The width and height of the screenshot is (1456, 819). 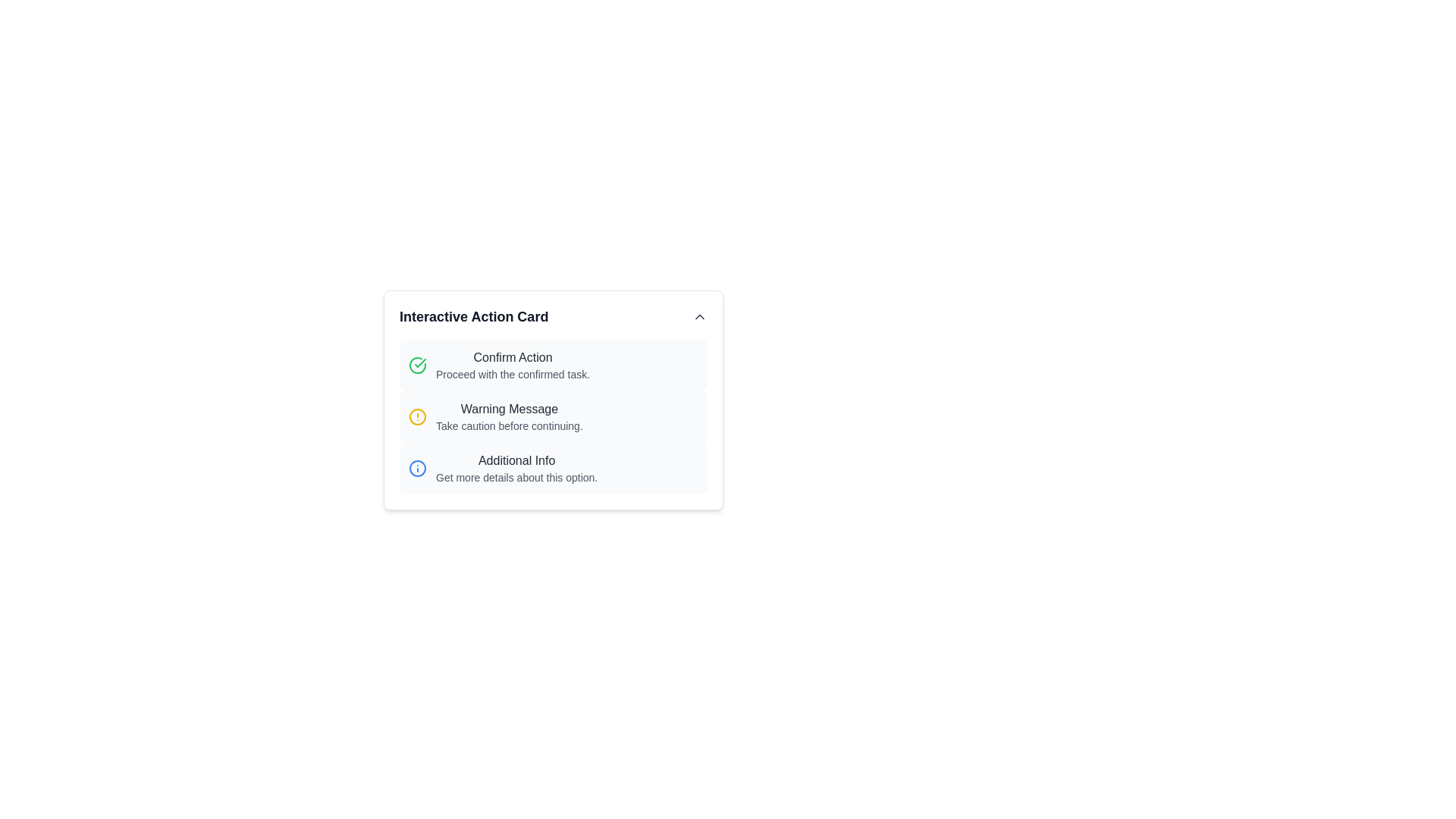 I want to click on the static text label reading 'Interactive Action Card', which is styled with a larger font size, bold weight, and dark gray color, located in the header section of a card-like interface, so click(x=473, y=315).